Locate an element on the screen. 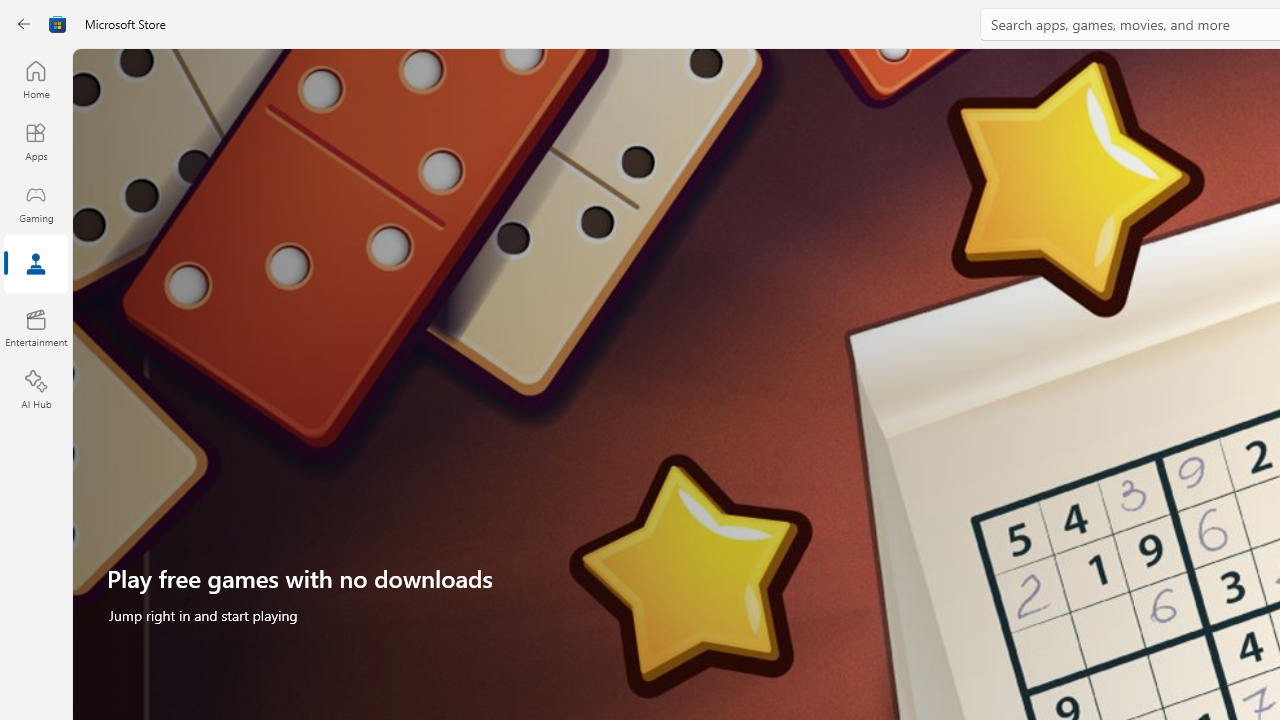  'Back' is located at coordinates (24, 24).